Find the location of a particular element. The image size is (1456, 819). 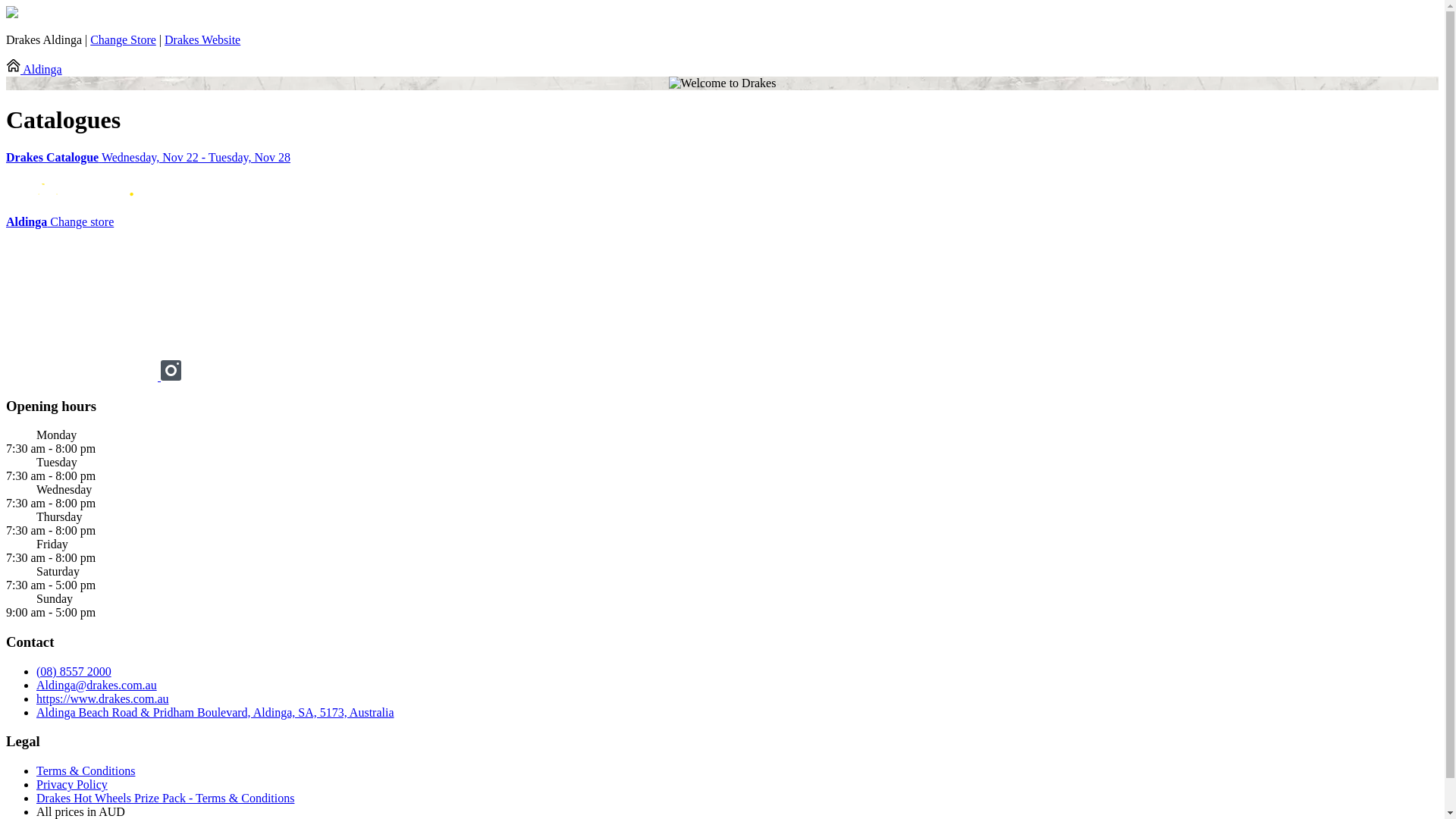

'Instagram drakessupermarkets' is located at coordinates (171, 375).